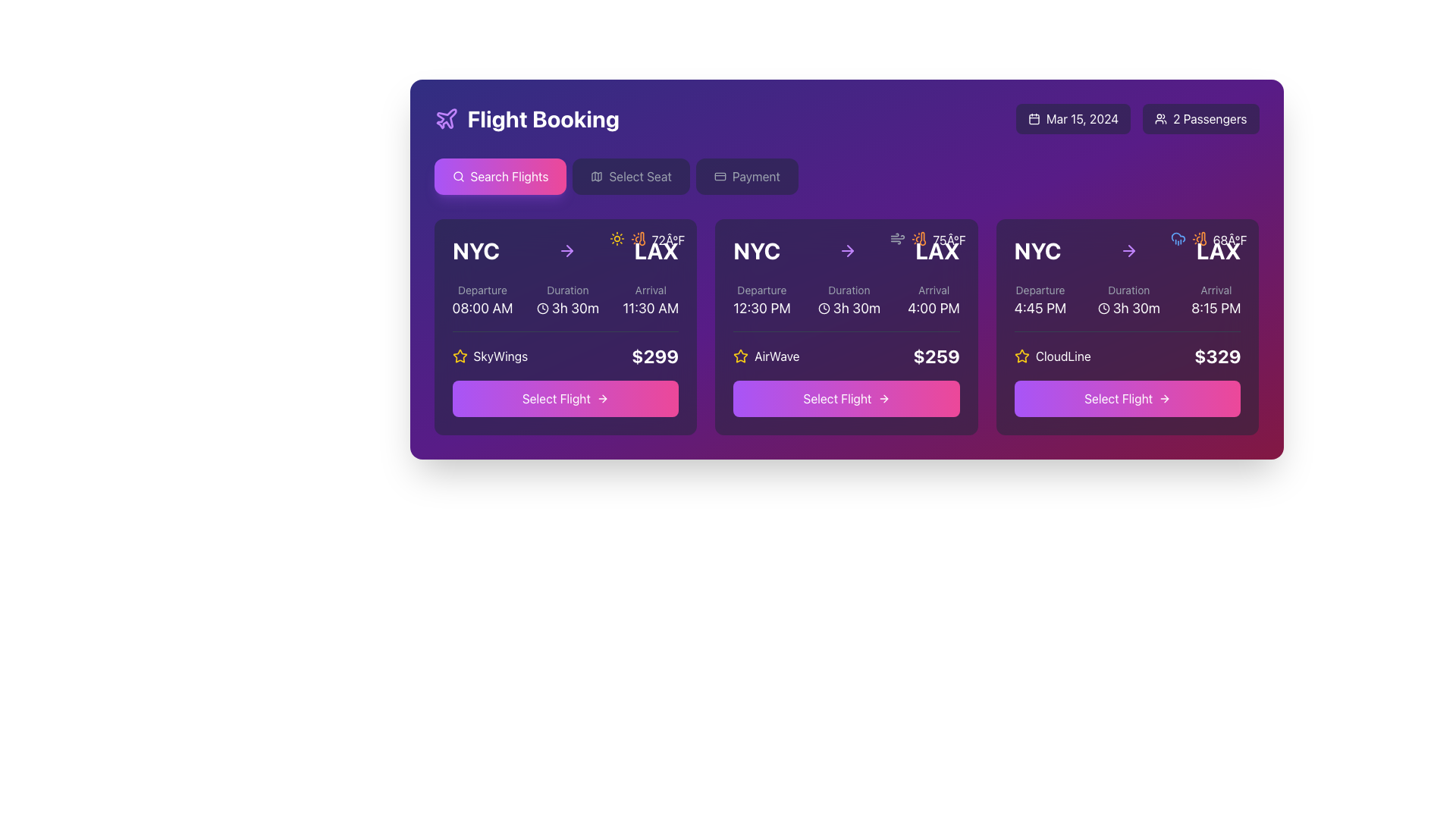  I want to click on the text display indicating the destination airport code 'LAX' for the flight, located at the top-right portion of the flight information card, so click(937, 250).